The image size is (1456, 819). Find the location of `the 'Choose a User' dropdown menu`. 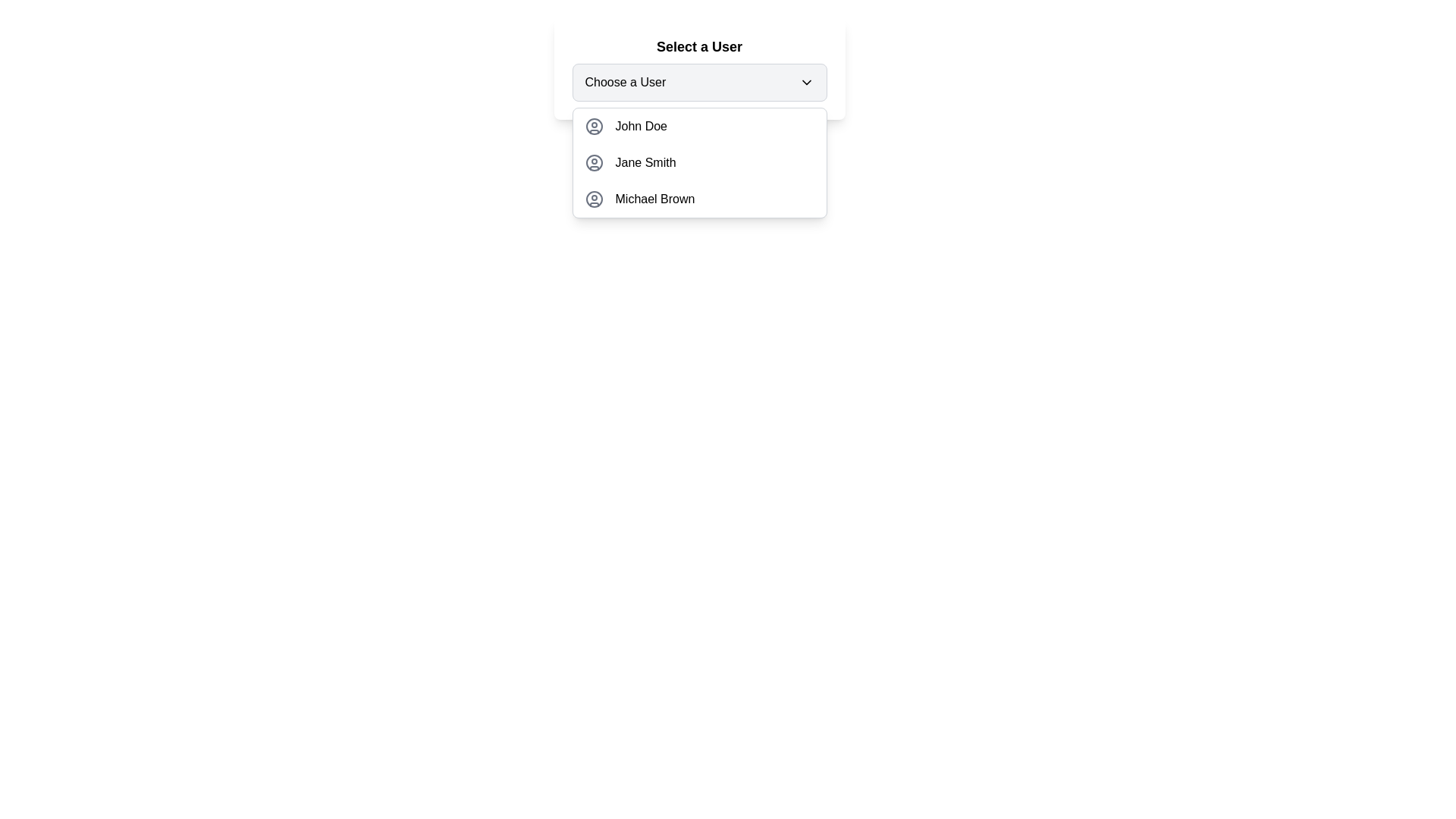

the 'Choose a User' dropdown menu is located at coordinates (698, 82).